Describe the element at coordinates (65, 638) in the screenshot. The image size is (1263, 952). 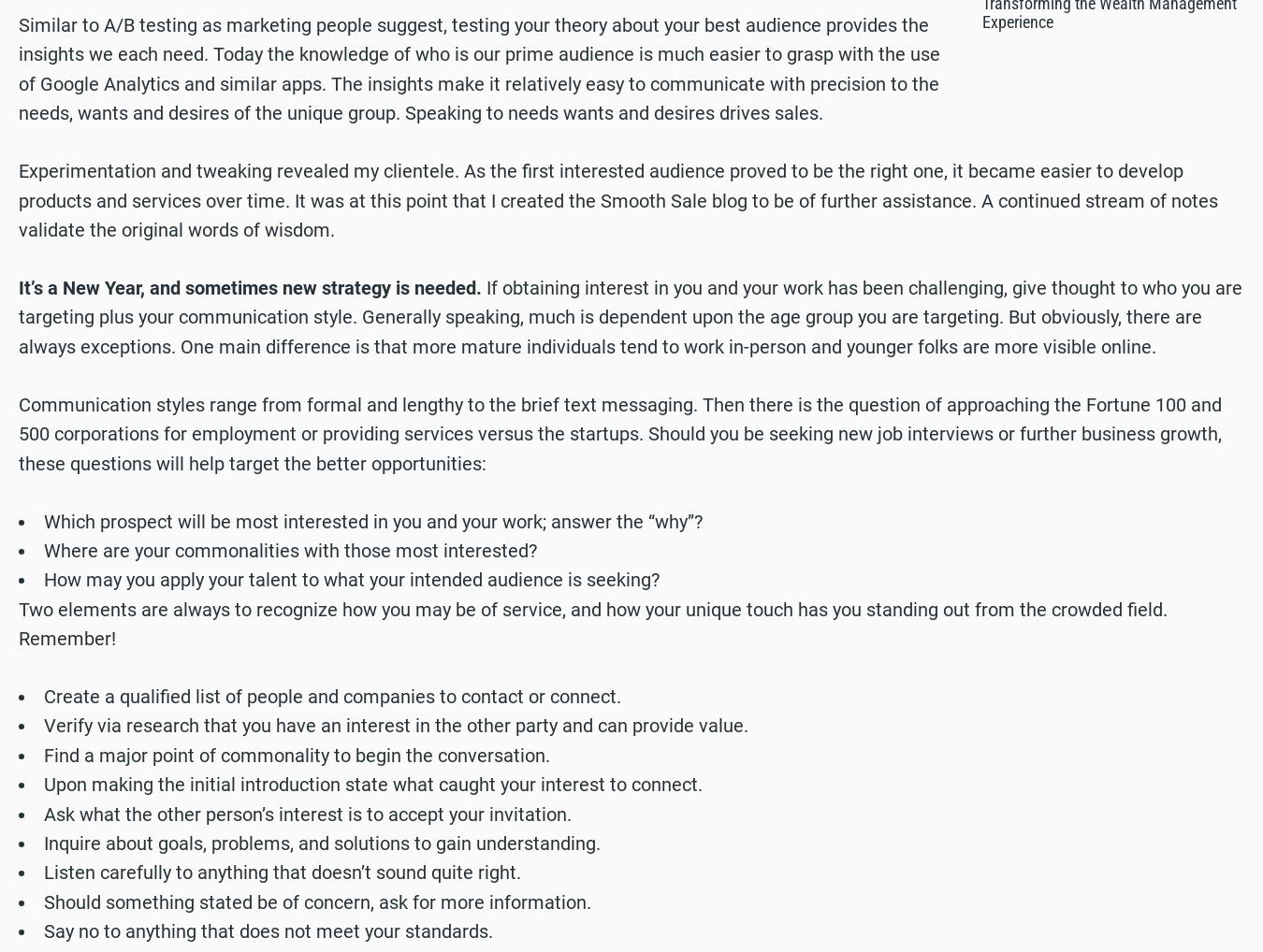
I see `'Remember!'` at that location.